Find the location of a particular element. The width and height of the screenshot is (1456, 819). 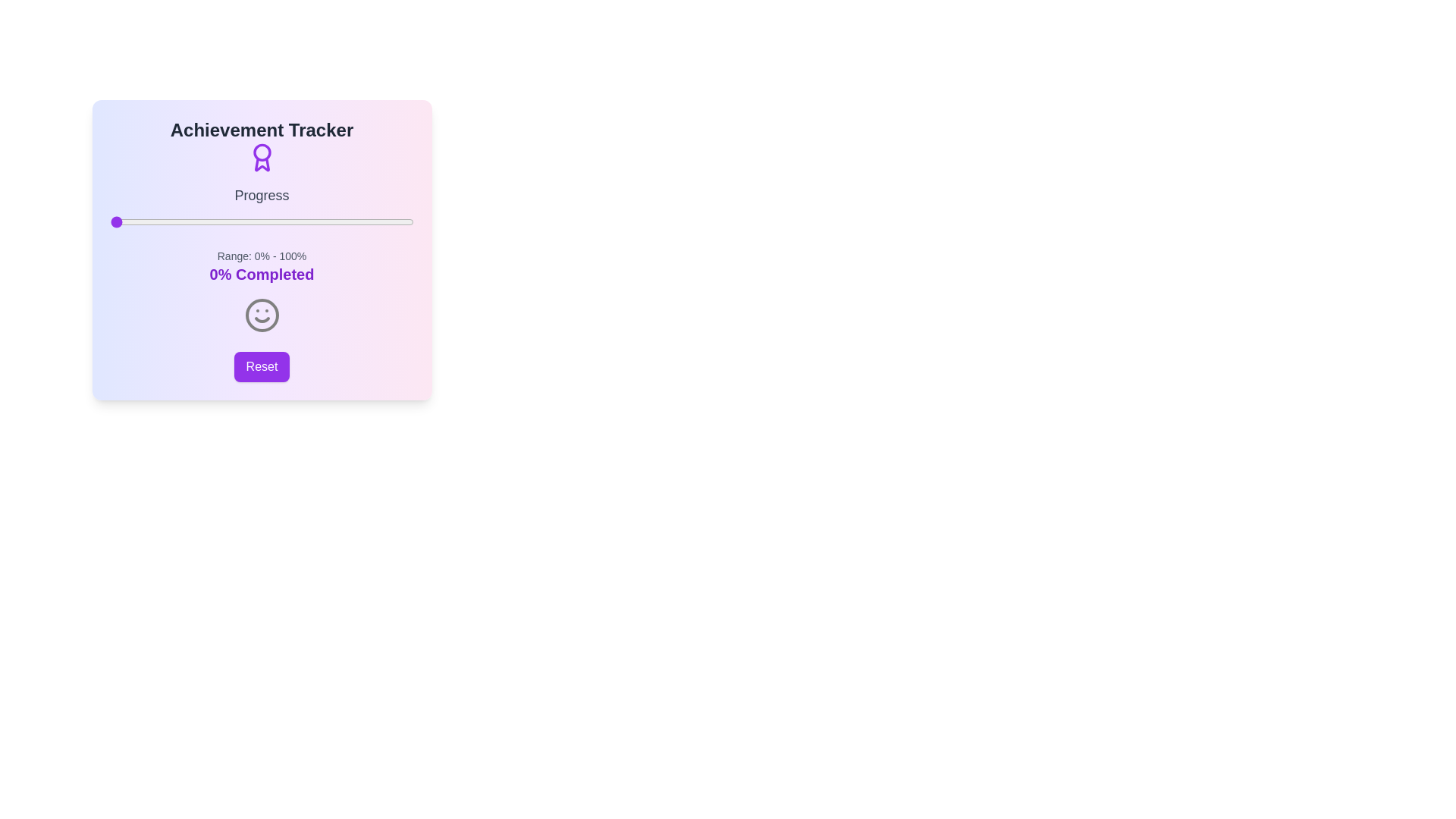

the progress slider to 29% is located at coordinates (197, 222).